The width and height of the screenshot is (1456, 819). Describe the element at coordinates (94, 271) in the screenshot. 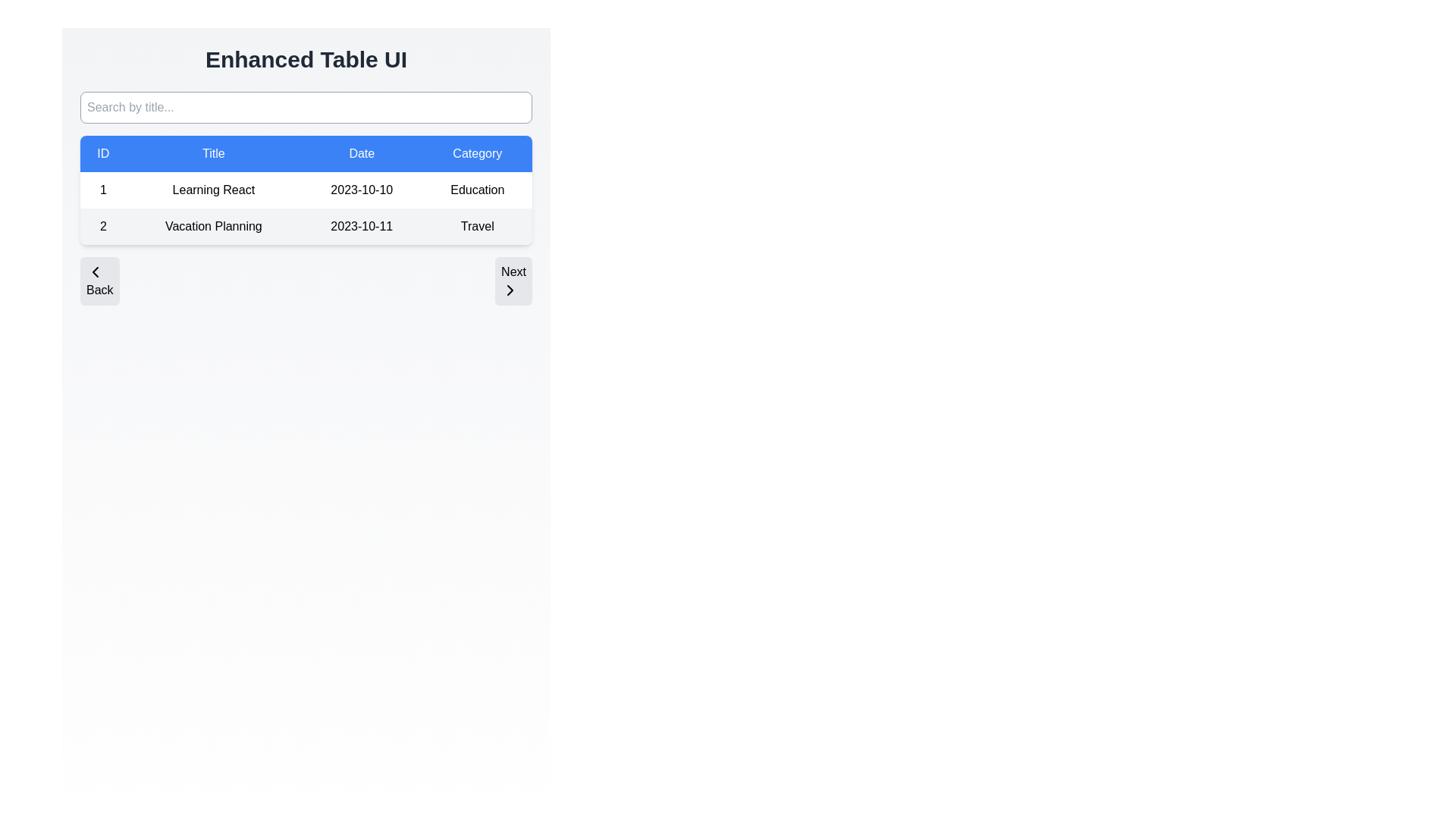

I see `the chevron icon located in the bottom-left area of the interface within the 'Back' button` at that location.